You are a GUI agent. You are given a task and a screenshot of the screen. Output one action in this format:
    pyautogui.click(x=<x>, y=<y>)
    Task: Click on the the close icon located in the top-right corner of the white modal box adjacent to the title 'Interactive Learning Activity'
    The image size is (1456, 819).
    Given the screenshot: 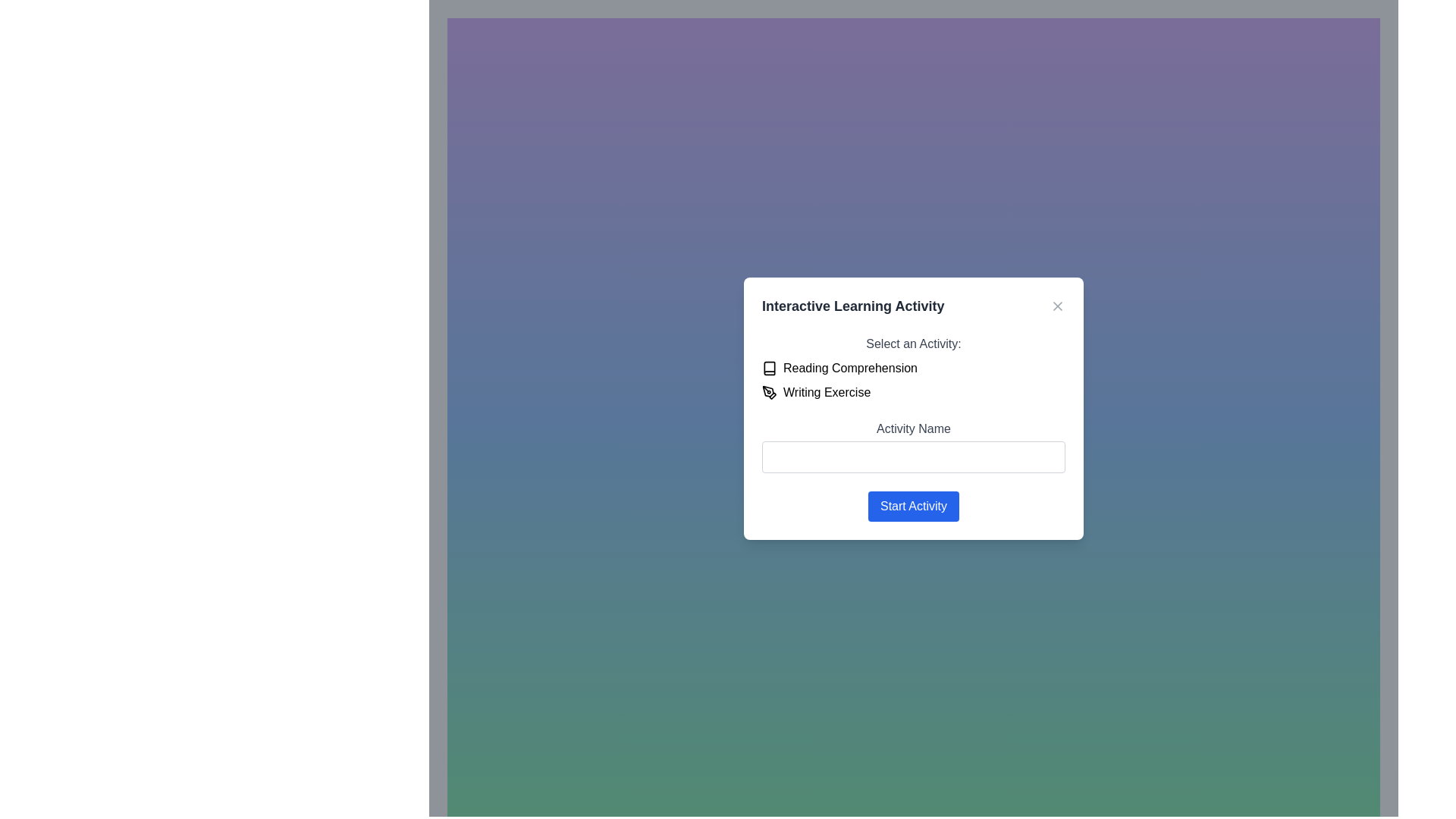 What is the action you would take?
    pyautogui.click(x=1057, y=306)
    